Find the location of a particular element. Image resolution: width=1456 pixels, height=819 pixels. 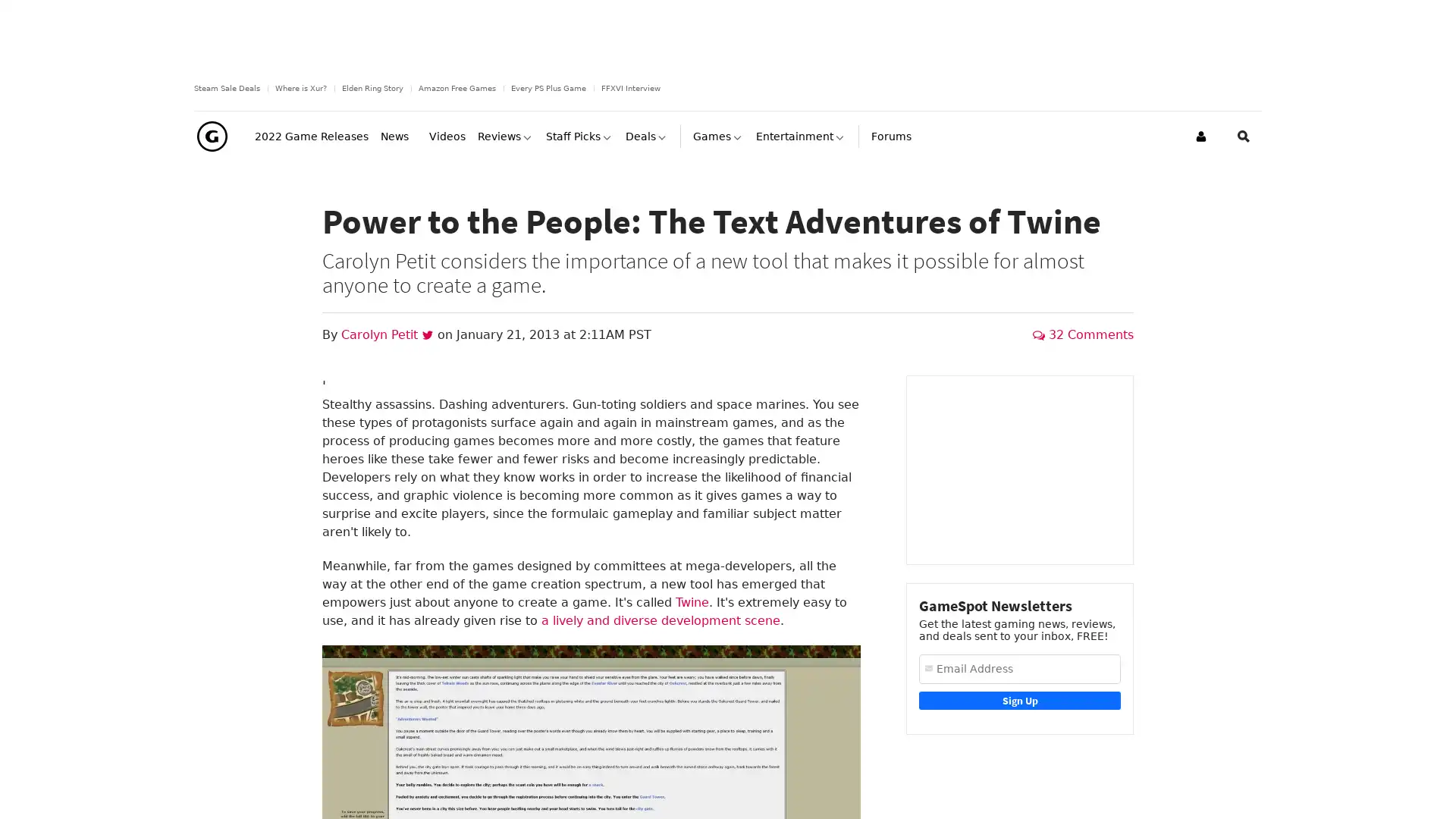

Sign Up is located at coordinates (1019, 729).